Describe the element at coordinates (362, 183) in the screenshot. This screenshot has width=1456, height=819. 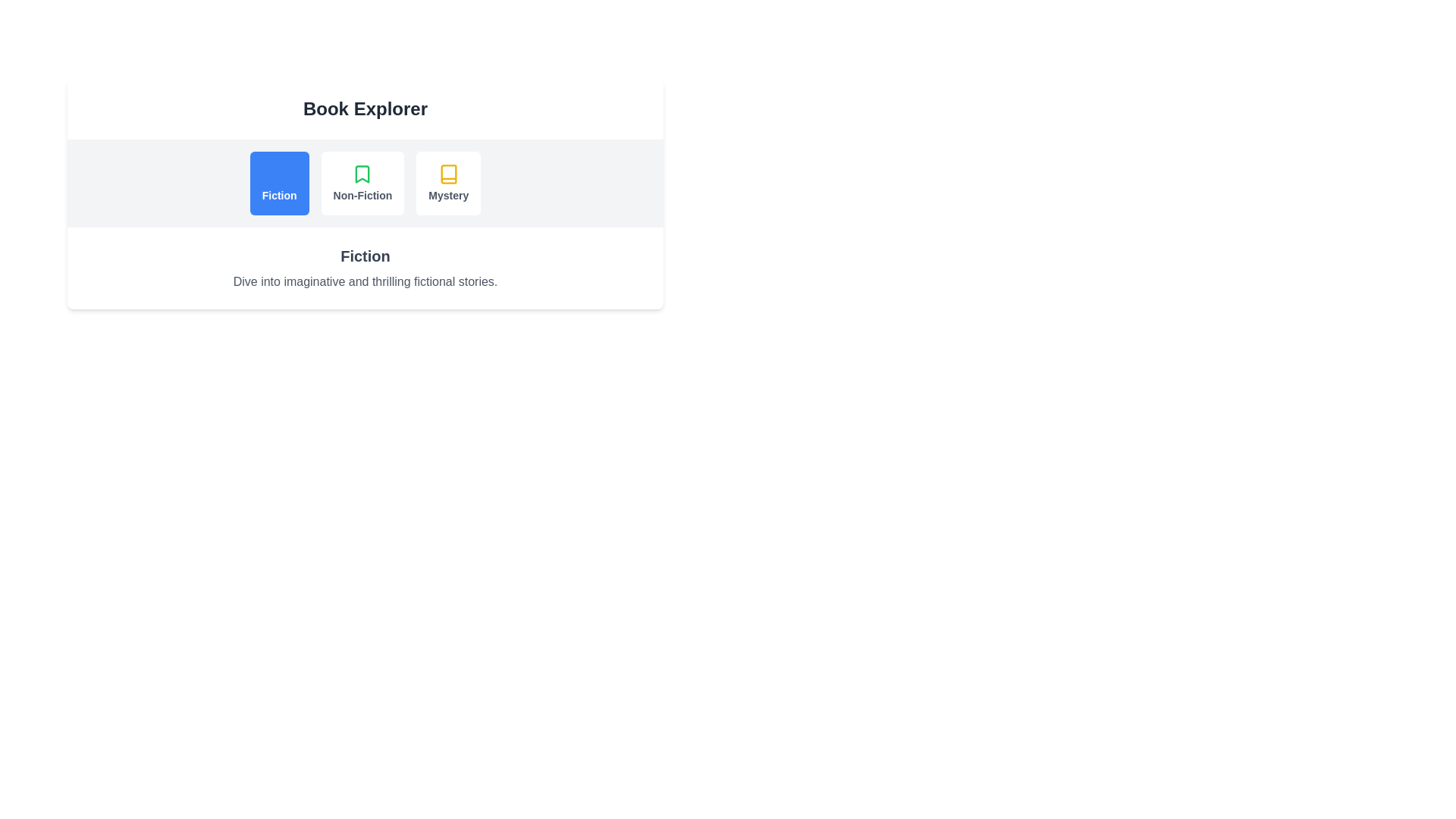
I see `the tab labeled Non-Fiction to view its content` at that location.